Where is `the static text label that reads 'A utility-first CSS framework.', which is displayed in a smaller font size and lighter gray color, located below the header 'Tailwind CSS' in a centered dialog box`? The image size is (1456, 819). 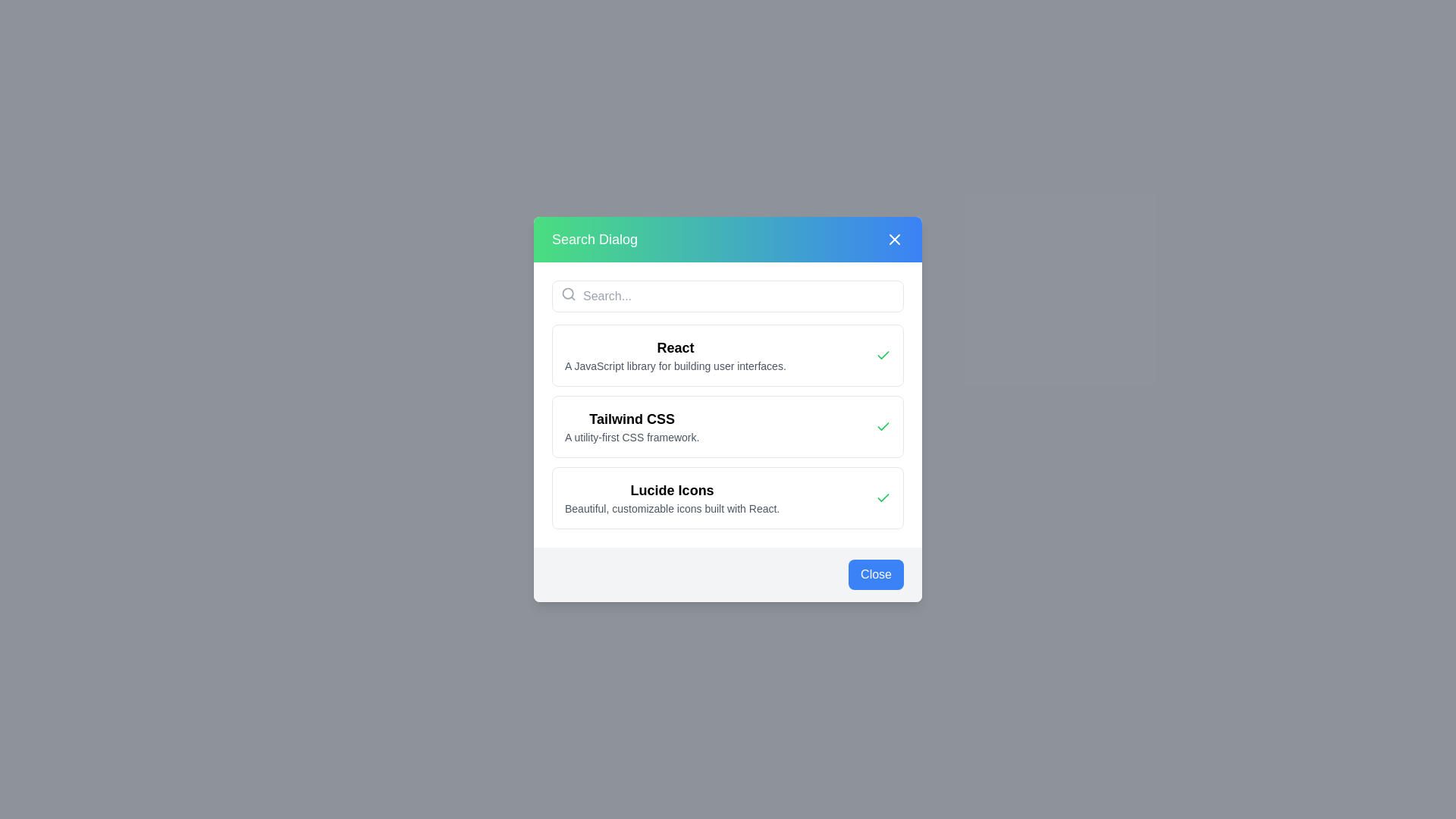
the static text label that reads 'A utility-first CSS framework.', which is displayed in a smaller font size and lighter gray color, located below the header 'Tailwind CSS' in a centered dialog box is located at coordinates (632, 438).